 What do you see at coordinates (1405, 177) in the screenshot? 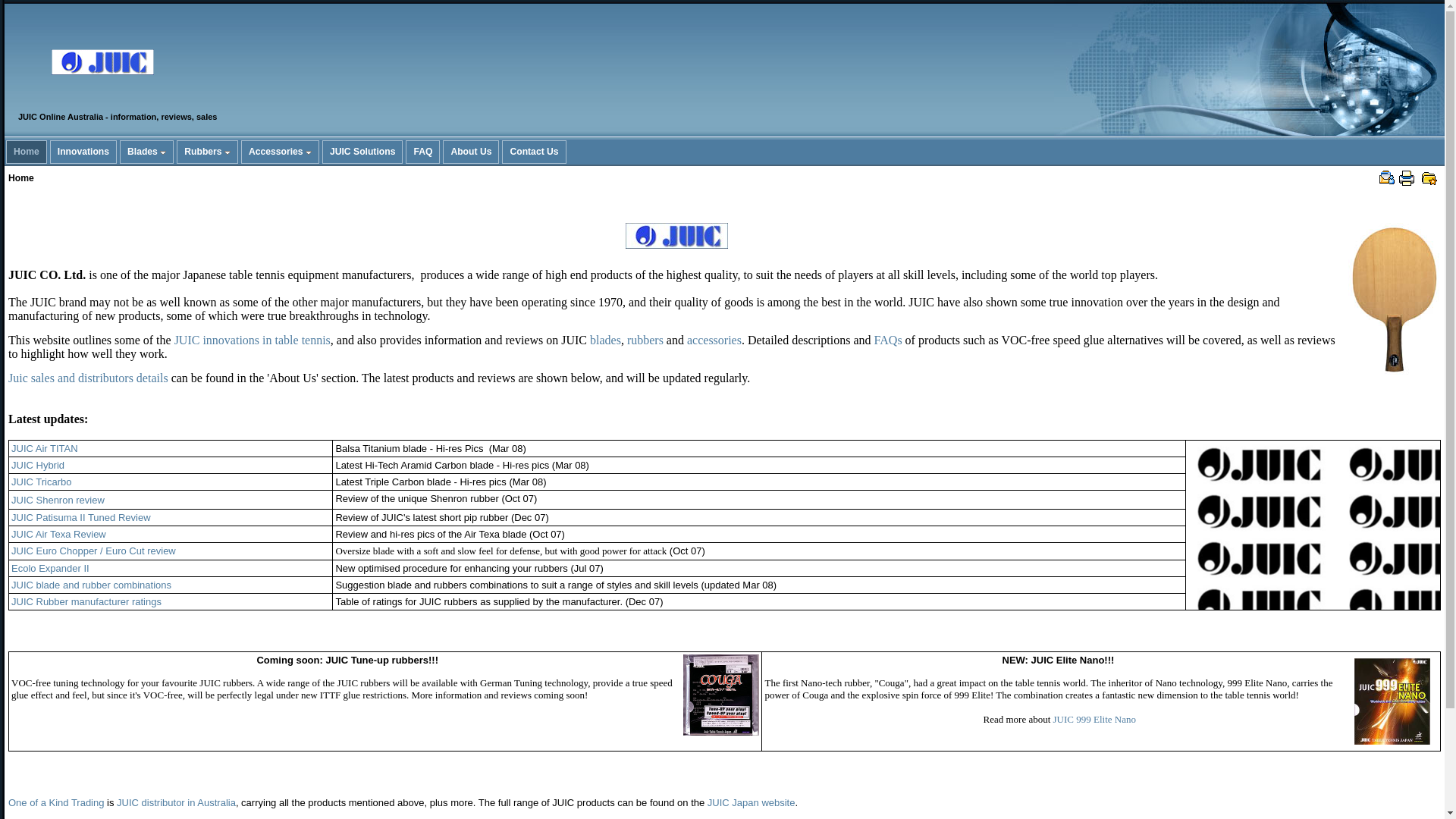
I see `'Print this page'` at bounding box center [1405, 177].